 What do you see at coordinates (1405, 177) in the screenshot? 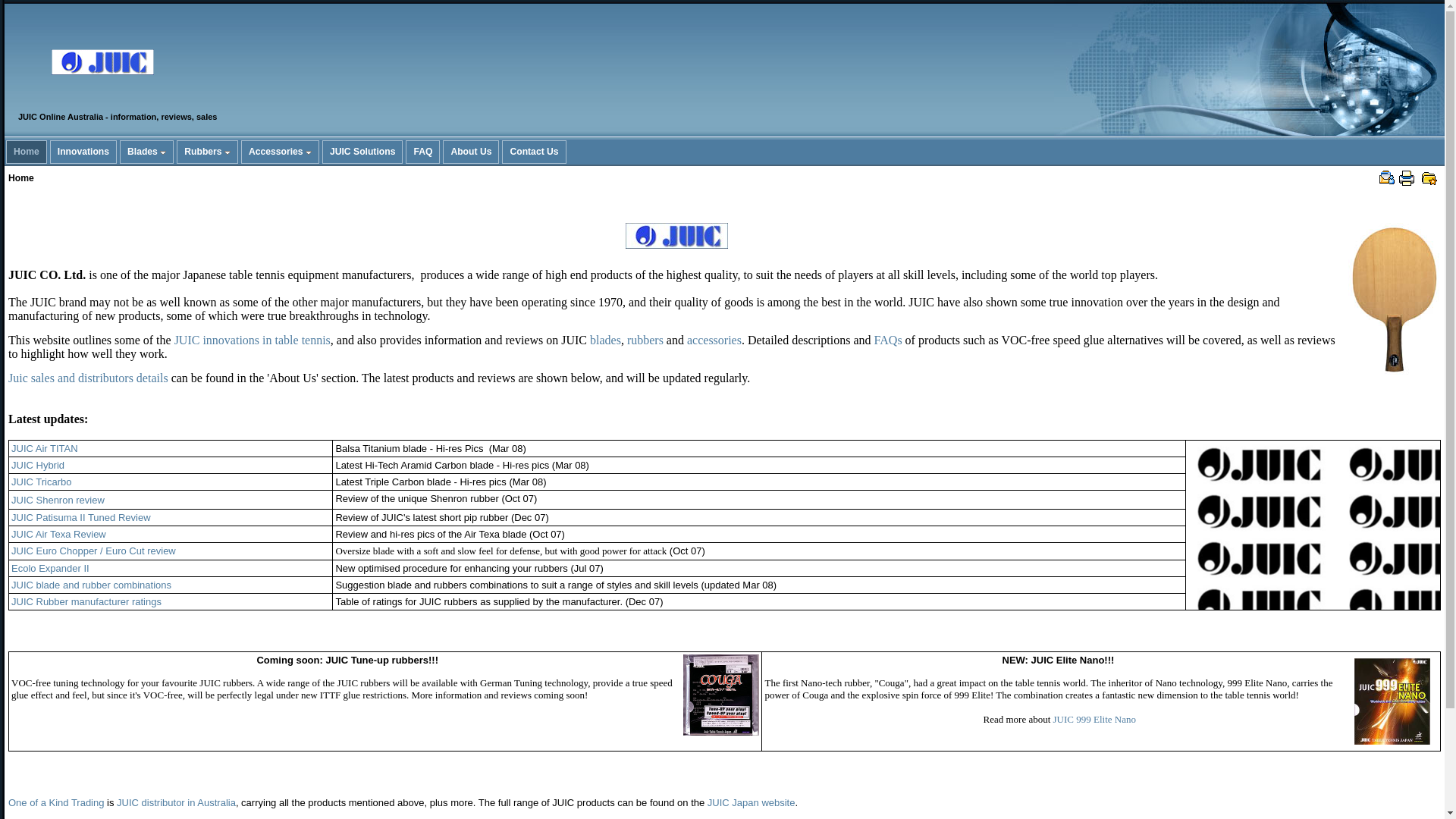
I see `'Print this page'` at bounding box center [1405, 177].